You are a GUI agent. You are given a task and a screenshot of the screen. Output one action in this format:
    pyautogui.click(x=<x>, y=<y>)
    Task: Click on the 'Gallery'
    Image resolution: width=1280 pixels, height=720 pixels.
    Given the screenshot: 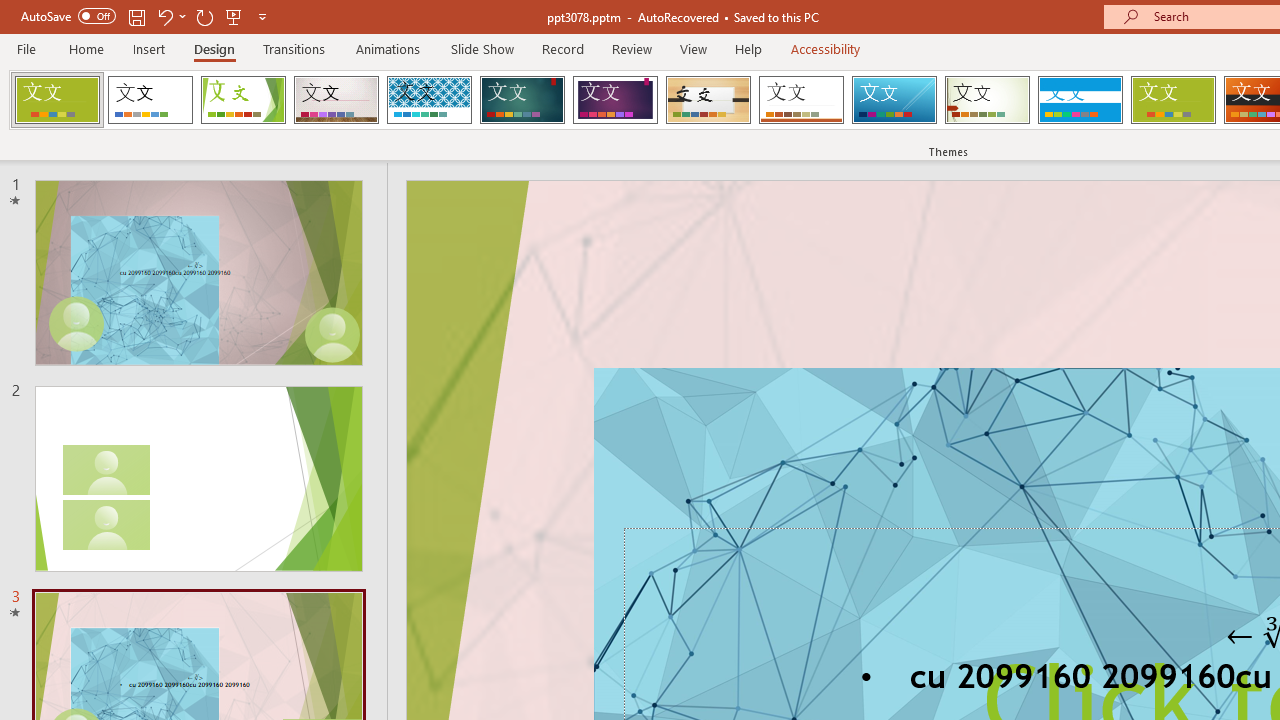 What is the action you would take?
    pyautogui.click(x=336, y=100)
    